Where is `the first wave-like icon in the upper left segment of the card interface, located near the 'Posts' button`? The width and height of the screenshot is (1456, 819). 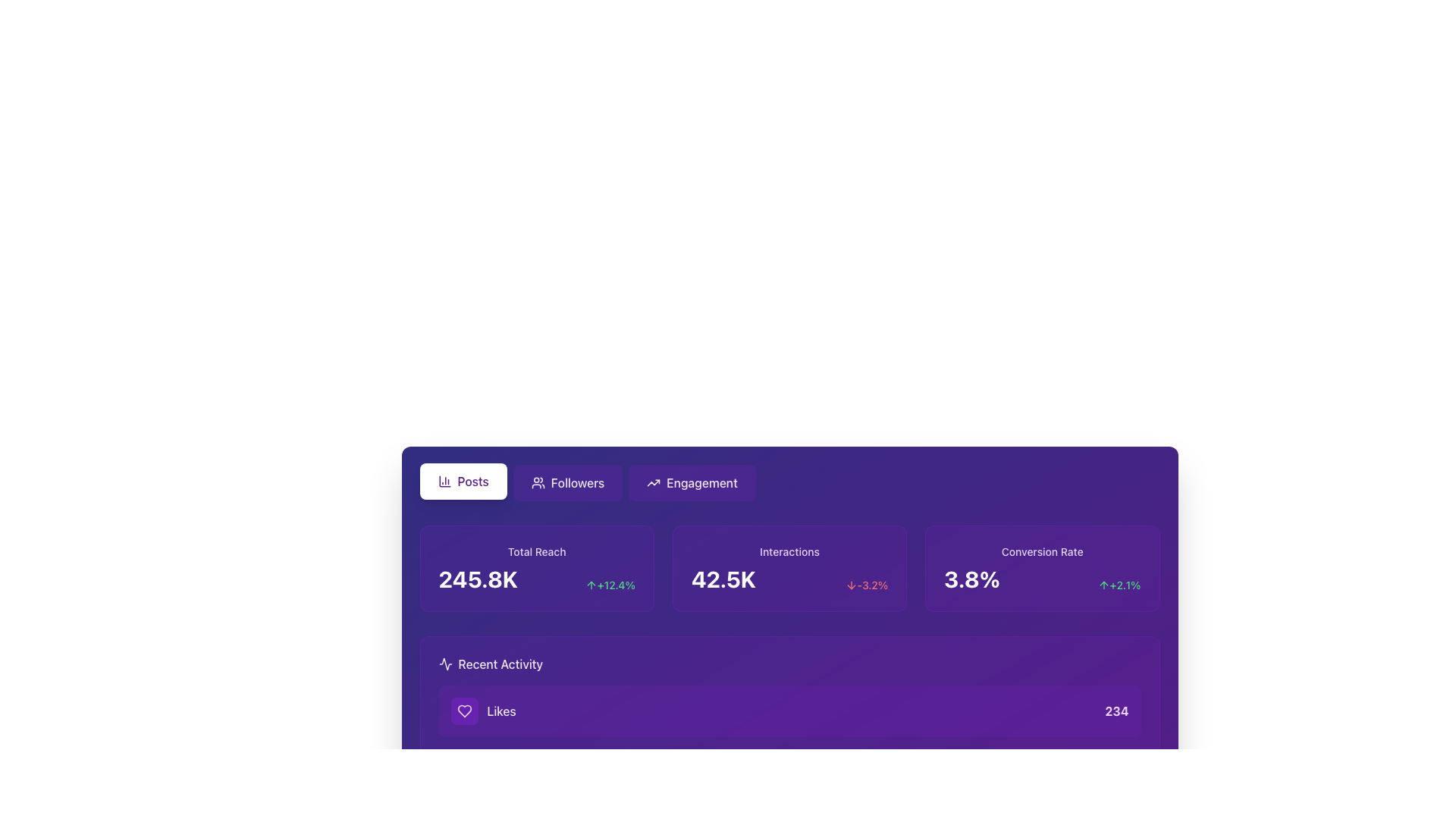
the first wave-like icon in the upper left segment of the card interface, located near the 'Posts' button is located at coordinates (444, 663).